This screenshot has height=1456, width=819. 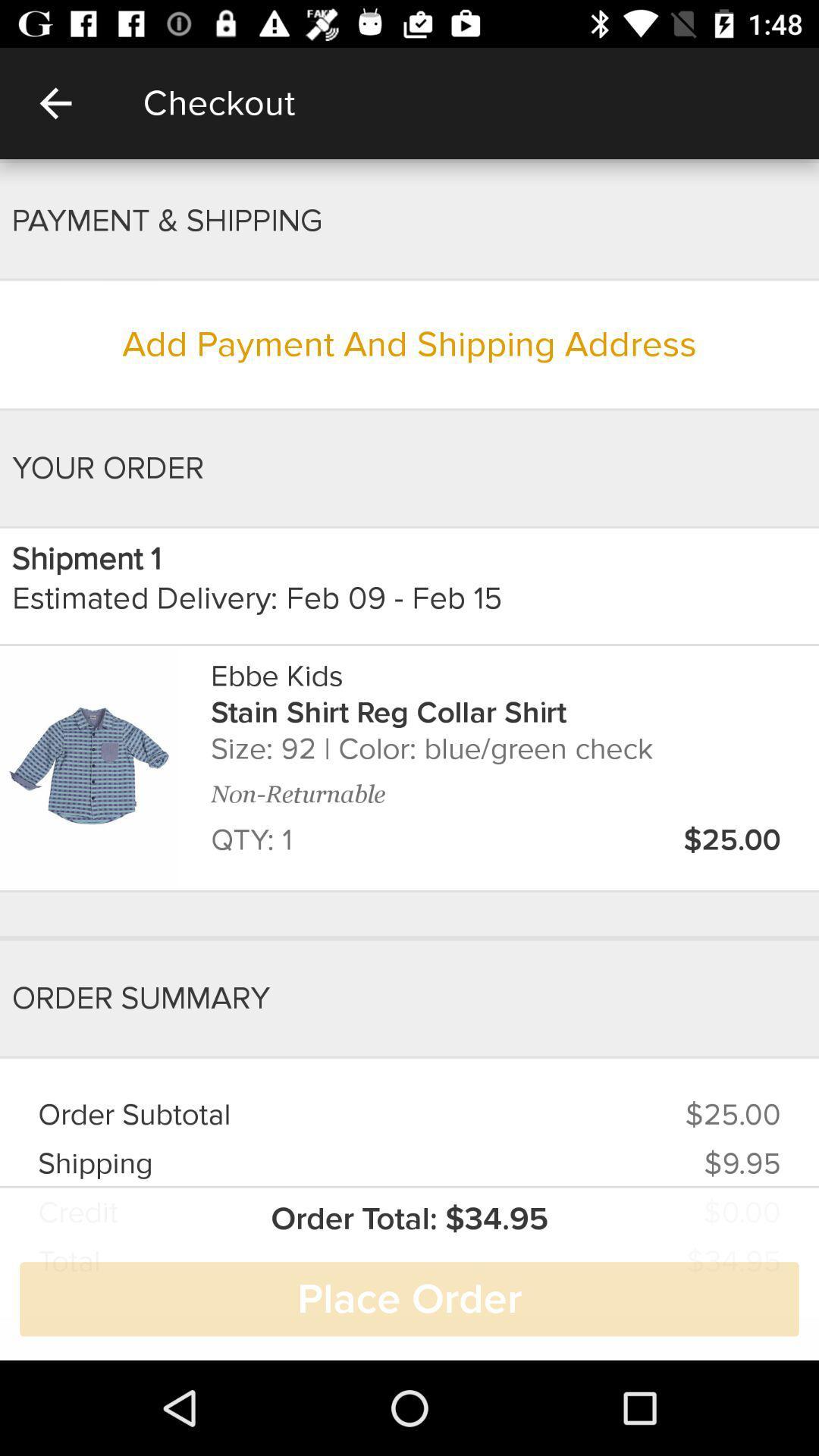 I want to click on add payment and item, so click(x=409, y=344).